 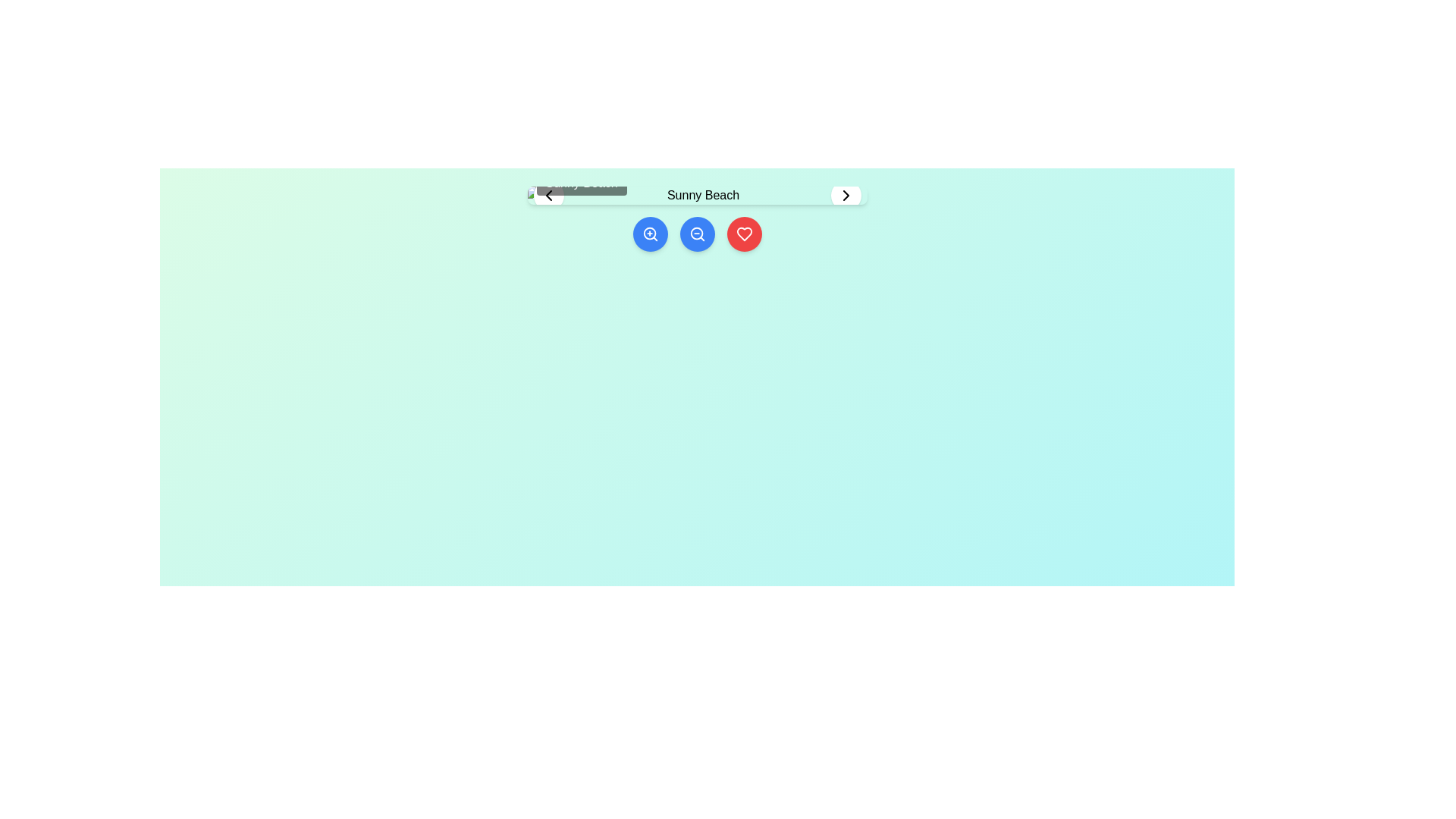 I want to click on the circular blue button with a magnifying glass icon, which is the first button in a group of three below the title 'Sunny Beach', so click(x=650, y=234).